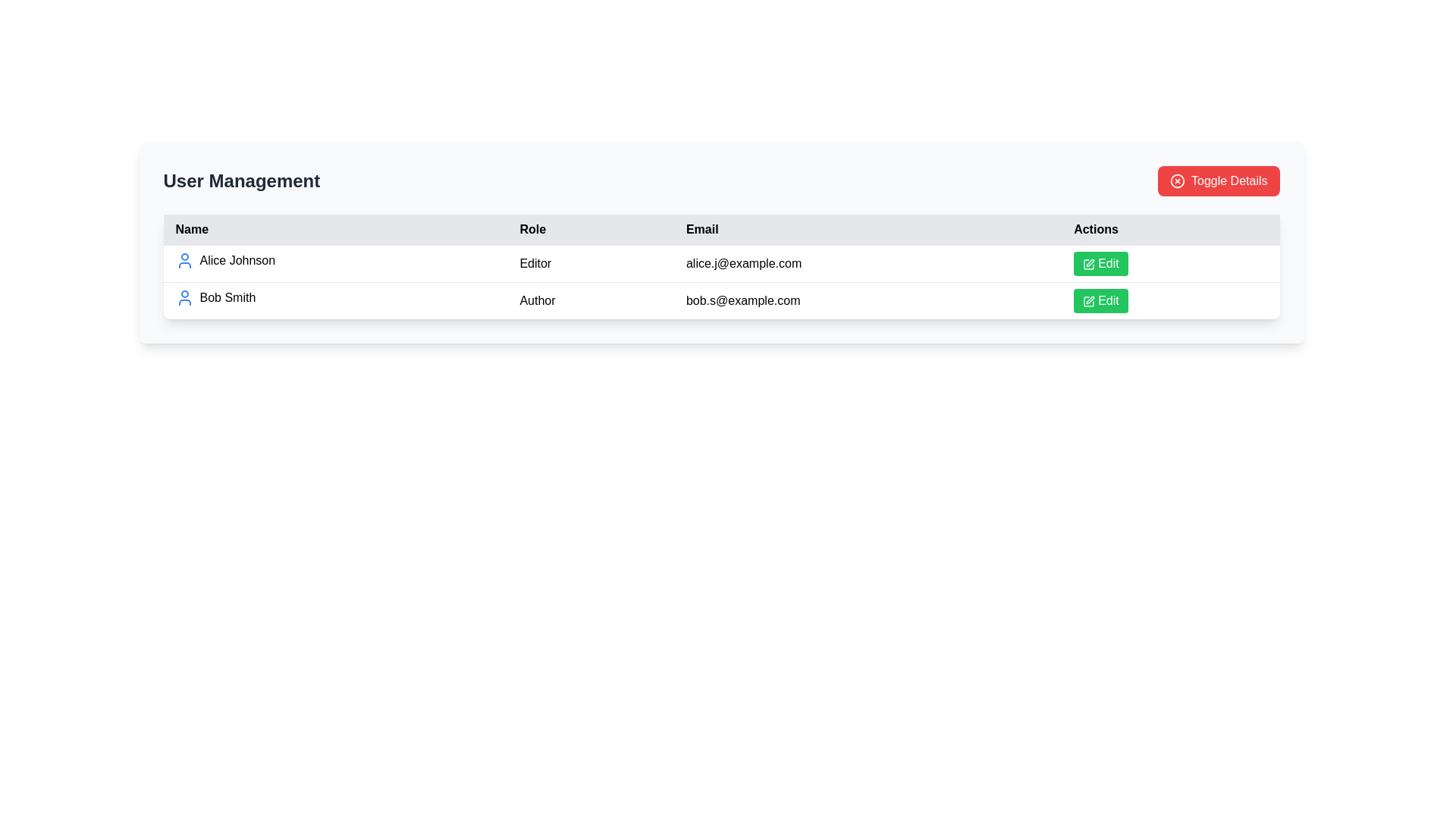  I want to click on the user profile icon located in the user management table, specifically in the second row, left of the name 'Bob Smith', so click(184, 298).